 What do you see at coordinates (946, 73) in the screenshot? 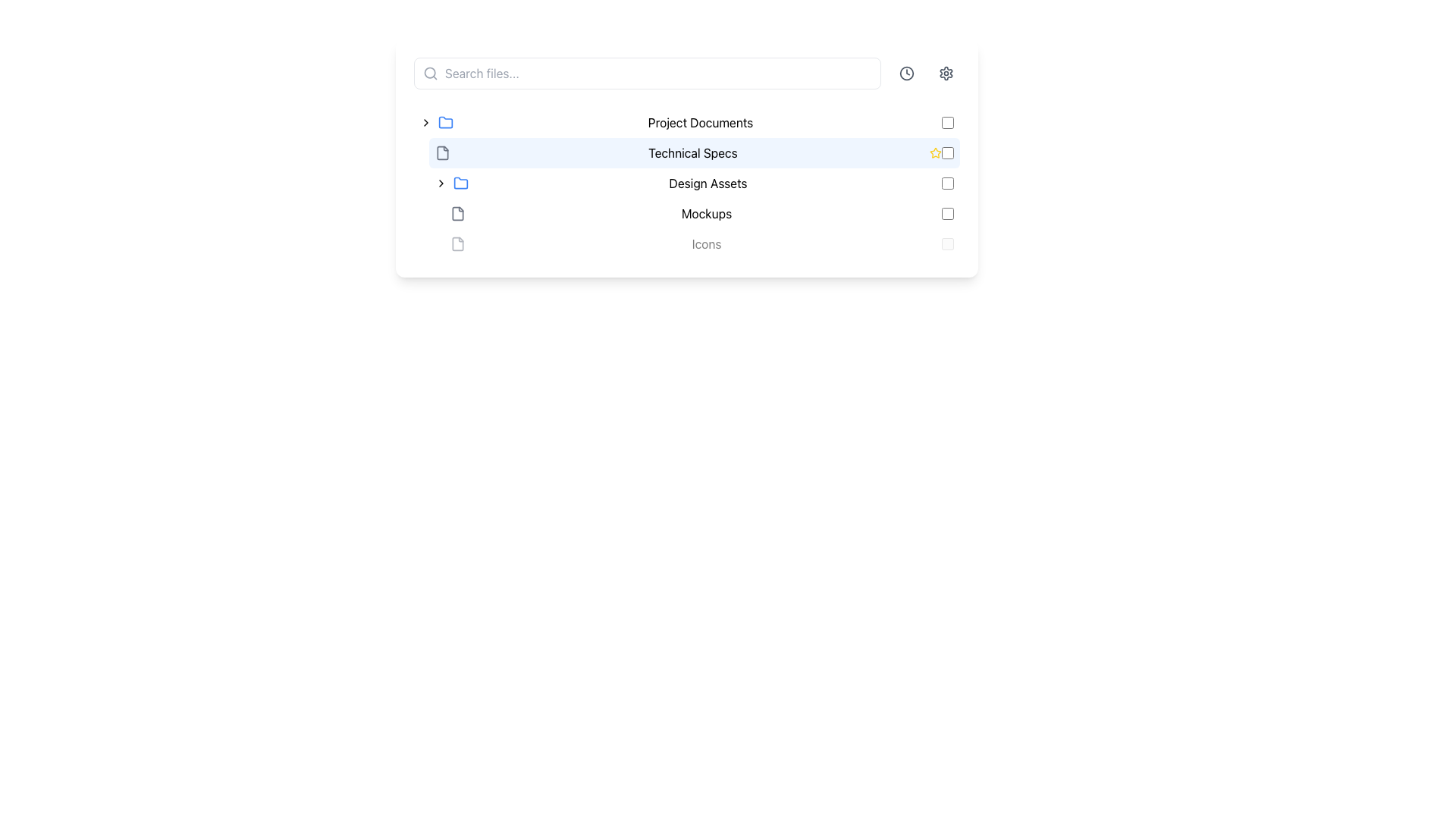
I see `the cogwheel-shaped settings button located at the far-right end of the header section` at bounding box center [946, 73].